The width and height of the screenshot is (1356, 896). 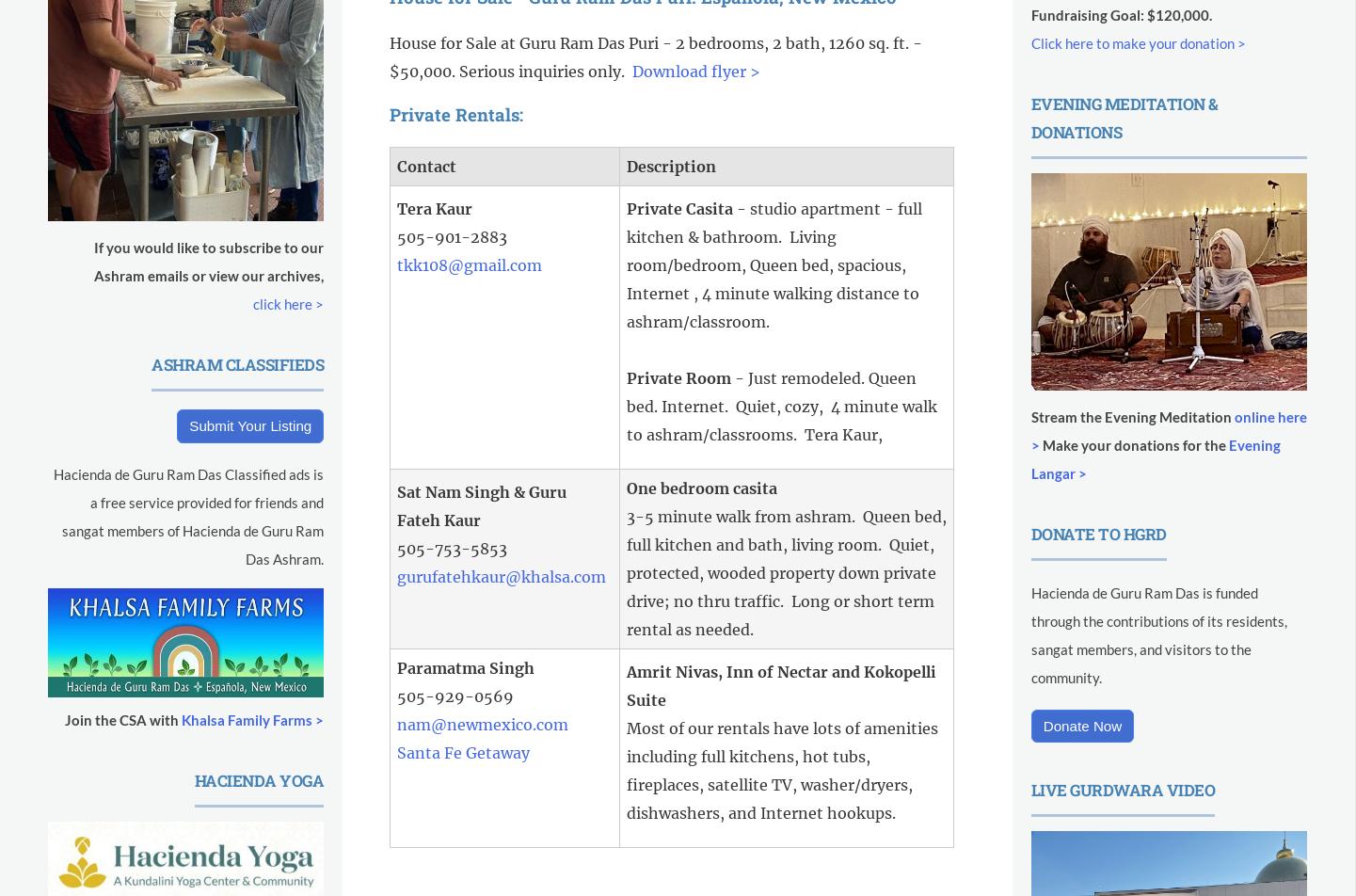 What do you see at coordinates (121, 718) in the screenshot?
I see `'Join the CSA with'` at bounding box center [121, 718].